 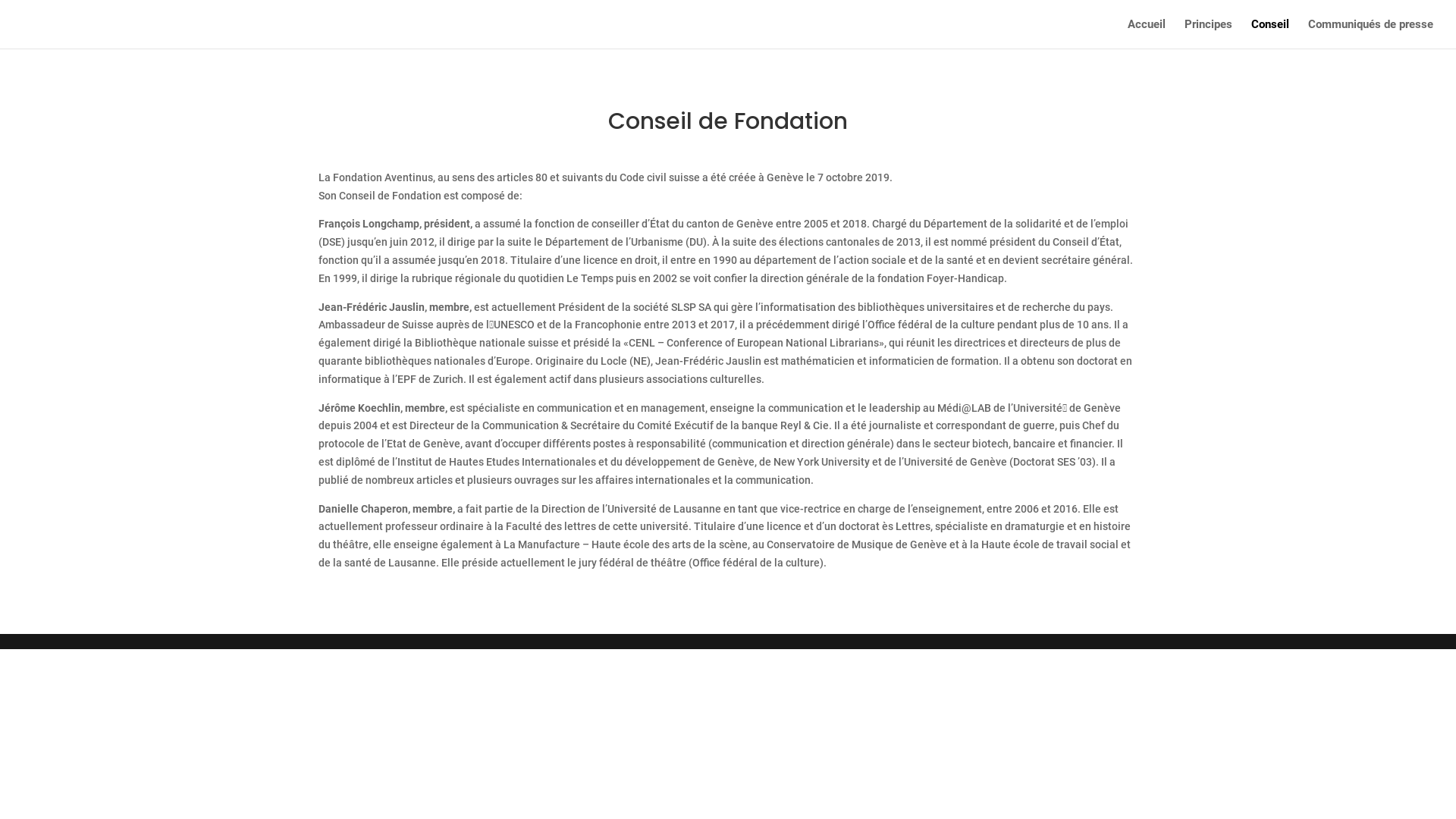 I want to click on 'Conseil', so click(x=1270, y=33).